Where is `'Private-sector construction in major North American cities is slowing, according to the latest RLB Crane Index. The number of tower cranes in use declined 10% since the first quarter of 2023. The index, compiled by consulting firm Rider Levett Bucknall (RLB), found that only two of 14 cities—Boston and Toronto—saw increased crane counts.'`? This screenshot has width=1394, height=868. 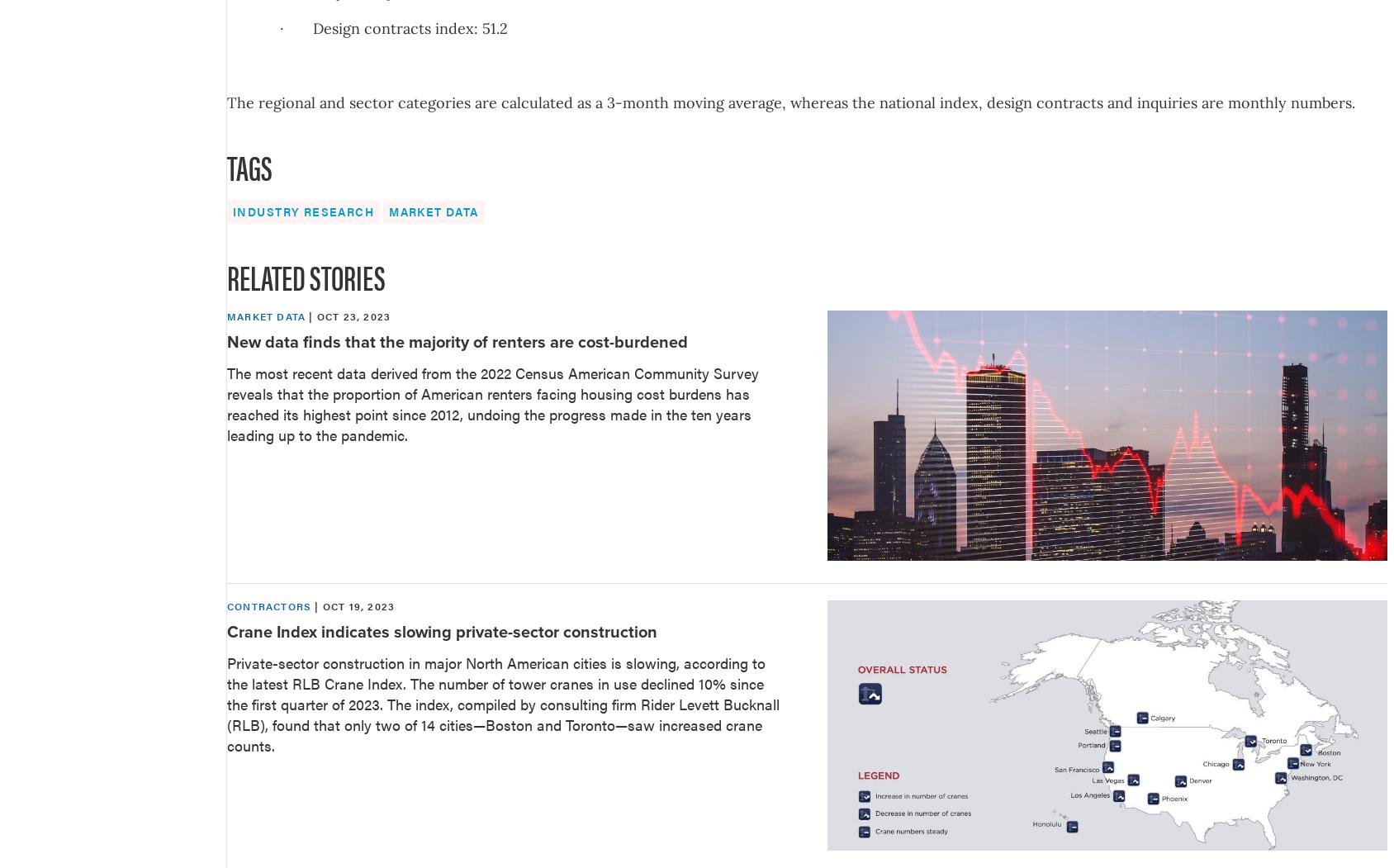 'Private-sector construction in major North American cities is slowing, according to the latest RLB Crane Index. The number of tower cranes in use declined 10% since the first quarter of 2023. The index, compiled by consulting firm Rider Levett Bucknall (RLB), found that only two of 14 cities—Boston and Toronto—saw increased crane counts.' is located at coordinates (503, 703).